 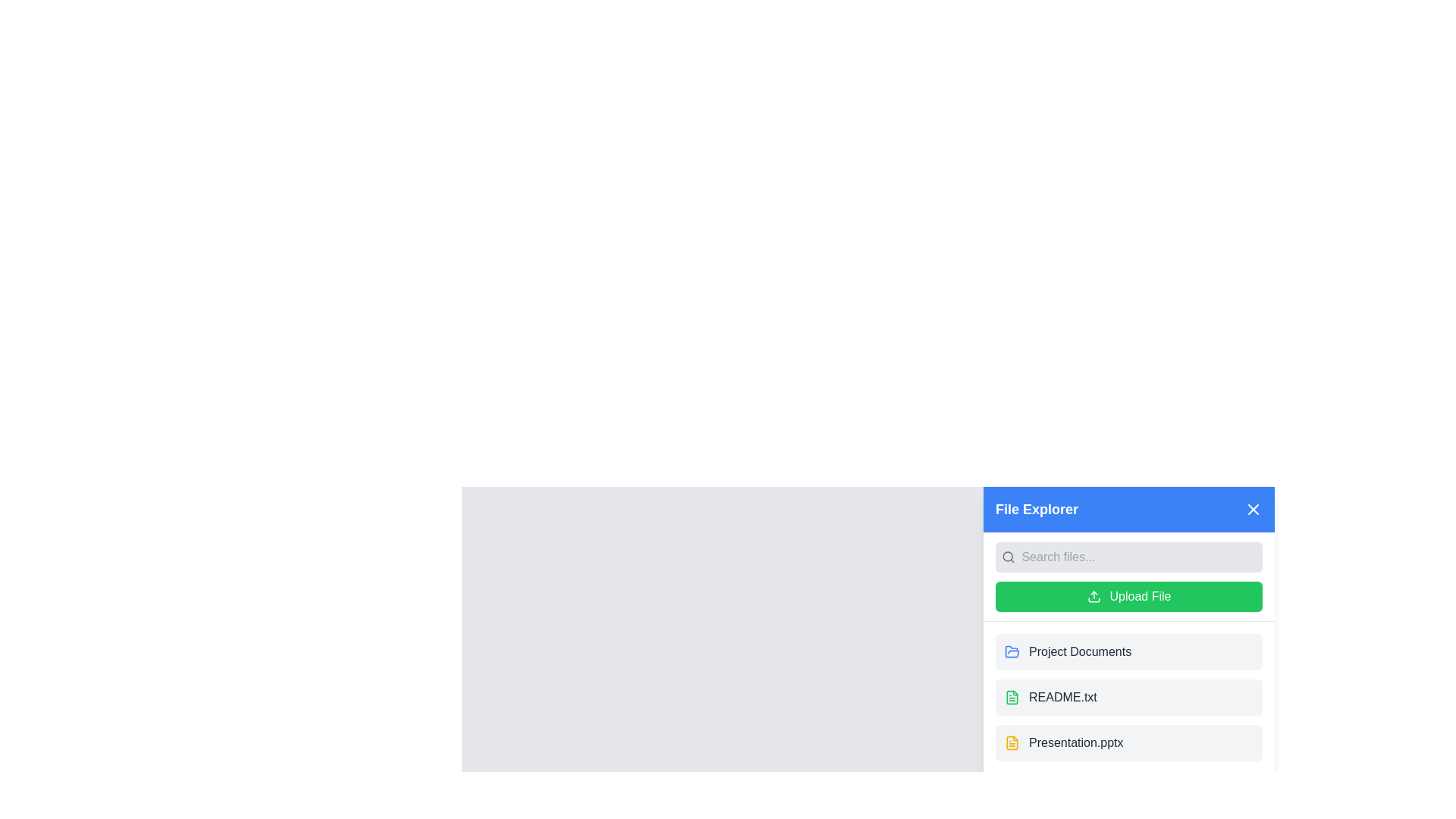 I want to click on the list item representing the file 'Presentation.pptx', so click(x=1128, y=742).